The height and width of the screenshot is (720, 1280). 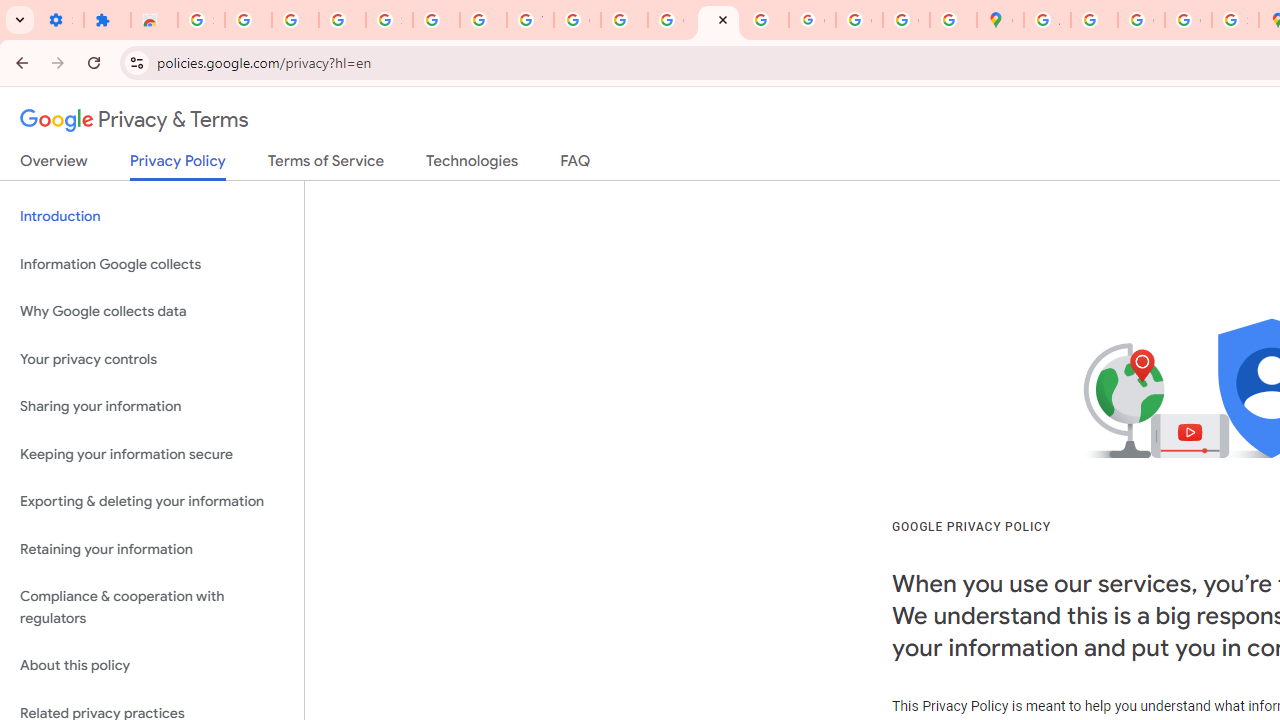 What do you see at coordinates (60, 20) in the screenshot?
I see `'Settings - On startup'` at bounding box center [60, 20].